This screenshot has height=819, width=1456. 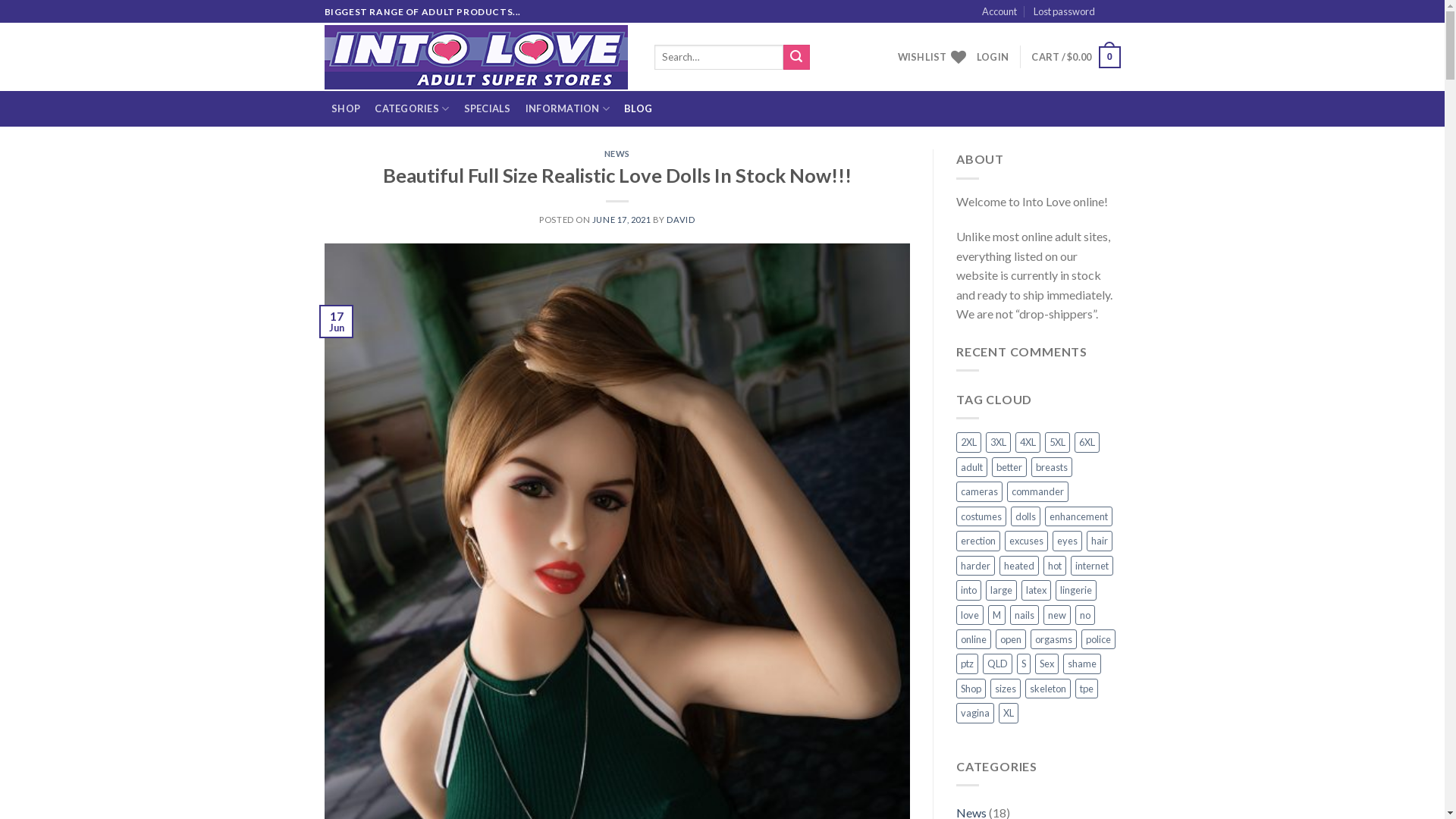 I want to click on 'eyes', so click(x=1066, y=540).